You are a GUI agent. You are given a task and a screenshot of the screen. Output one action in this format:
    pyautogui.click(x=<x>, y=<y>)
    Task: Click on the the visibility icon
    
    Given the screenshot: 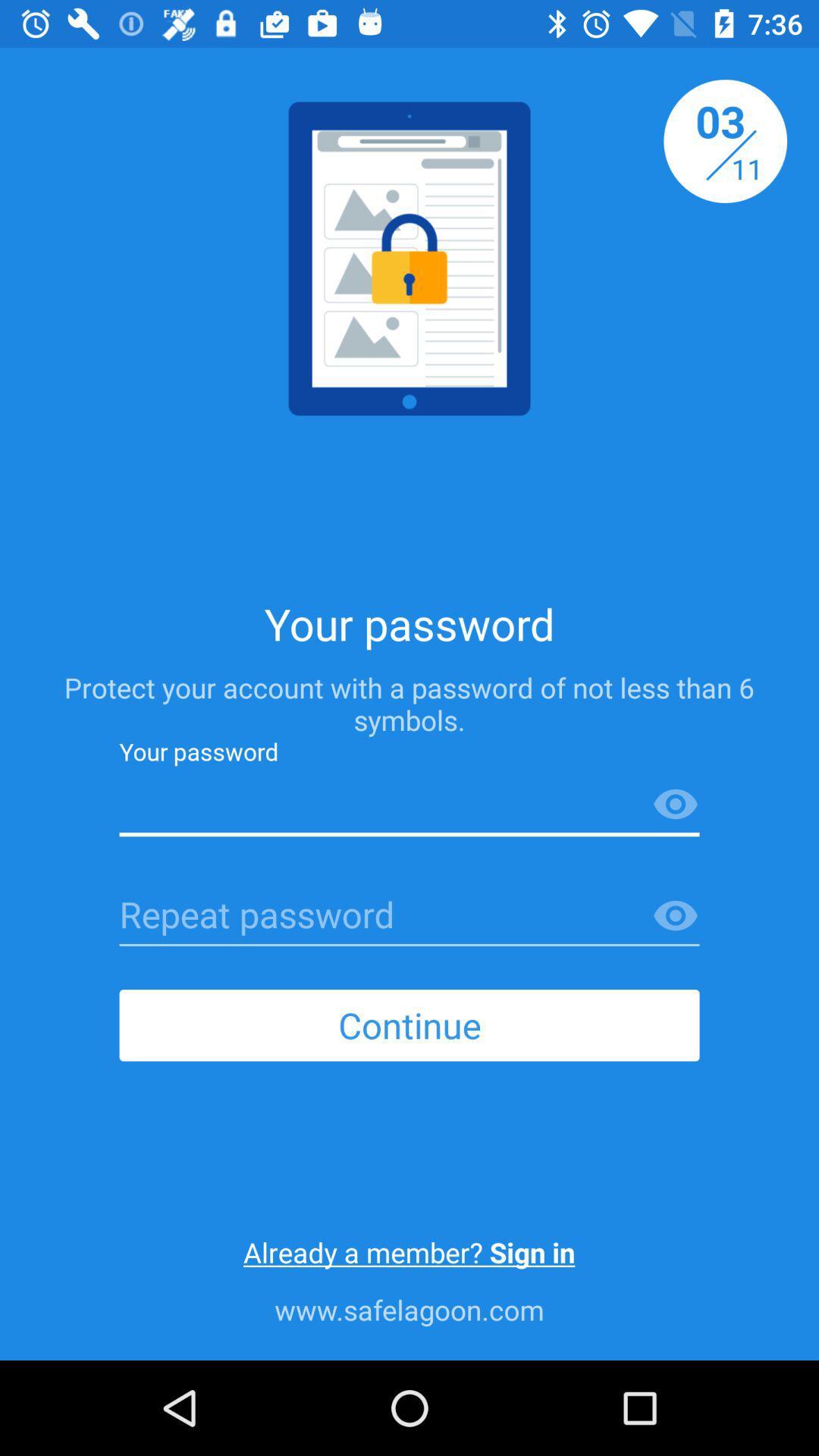 What is the action you would take?
    pyautogui.click(x=675, y=804)
    